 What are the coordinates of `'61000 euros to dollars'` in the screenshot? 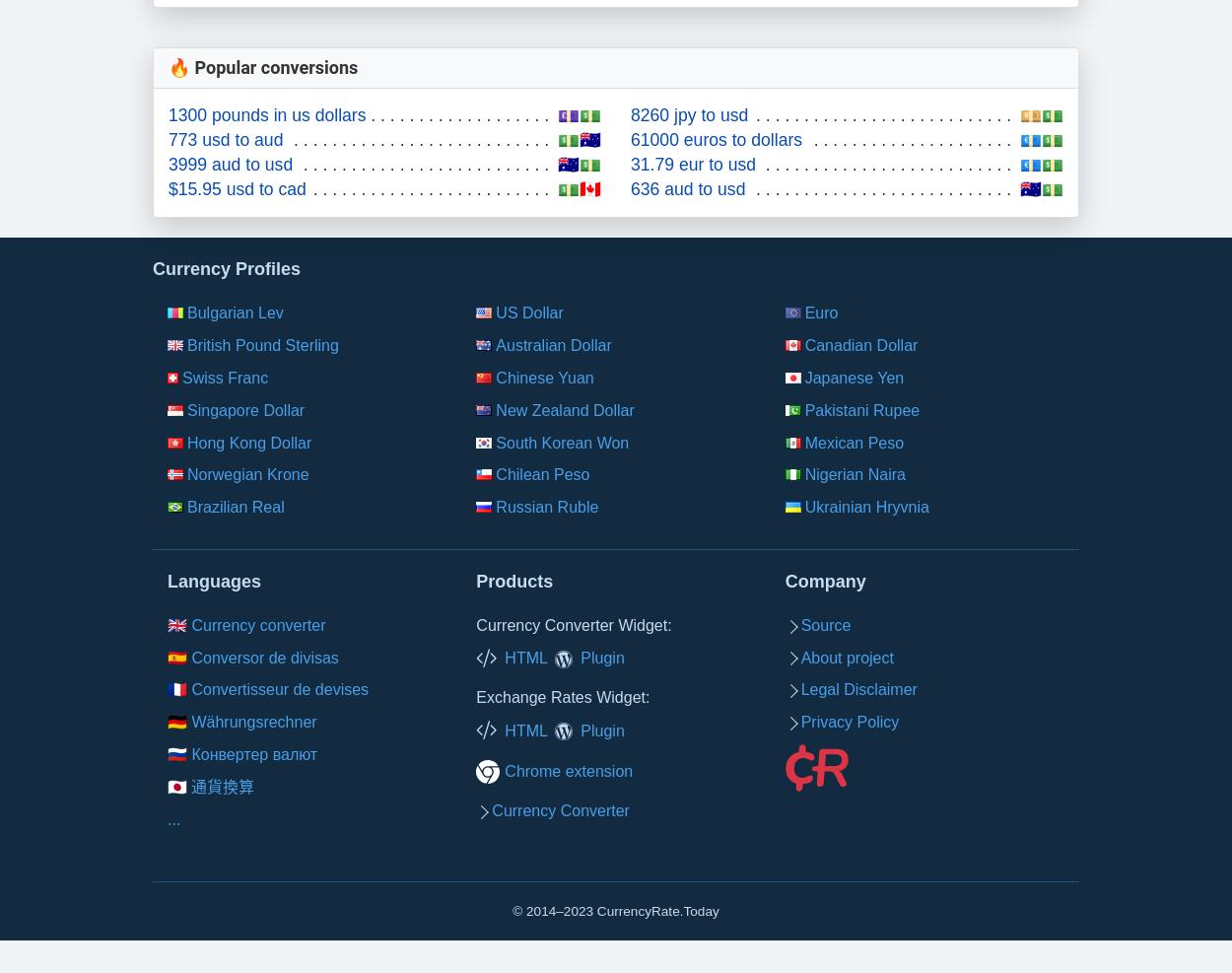 It's located at (716, 139).